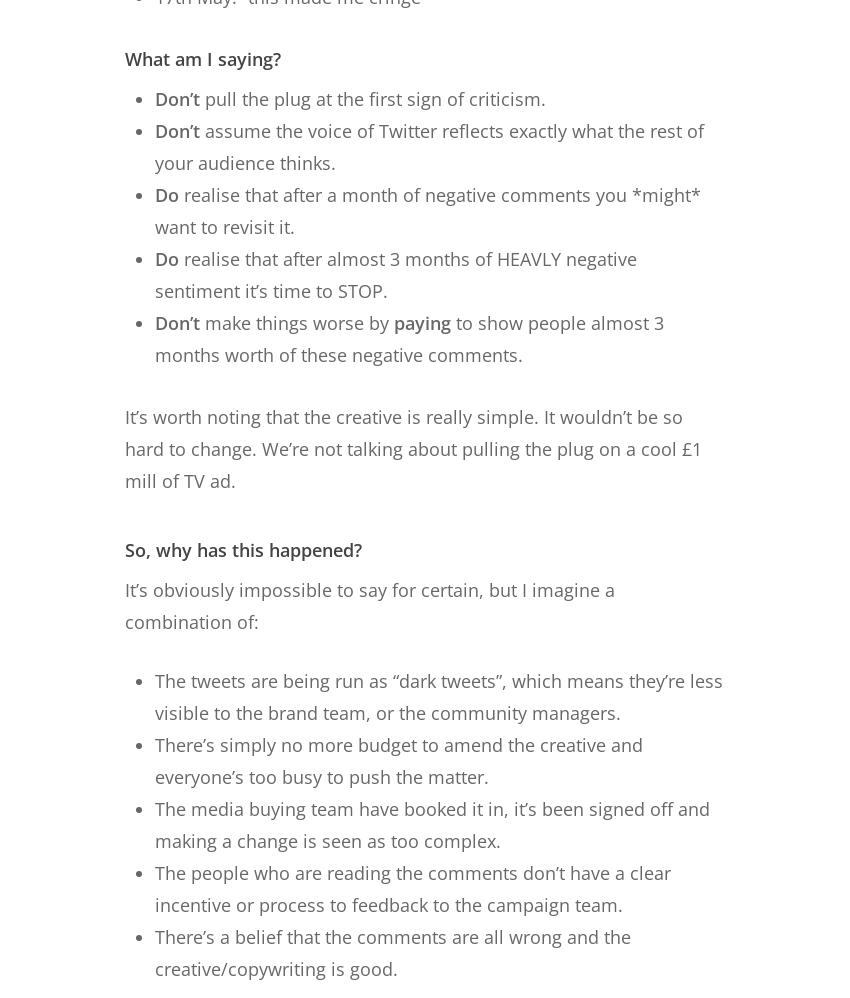  Describe the element at coordinates (124, 548) in the screenshot. I see `'So, why has this happened?'` at that location.